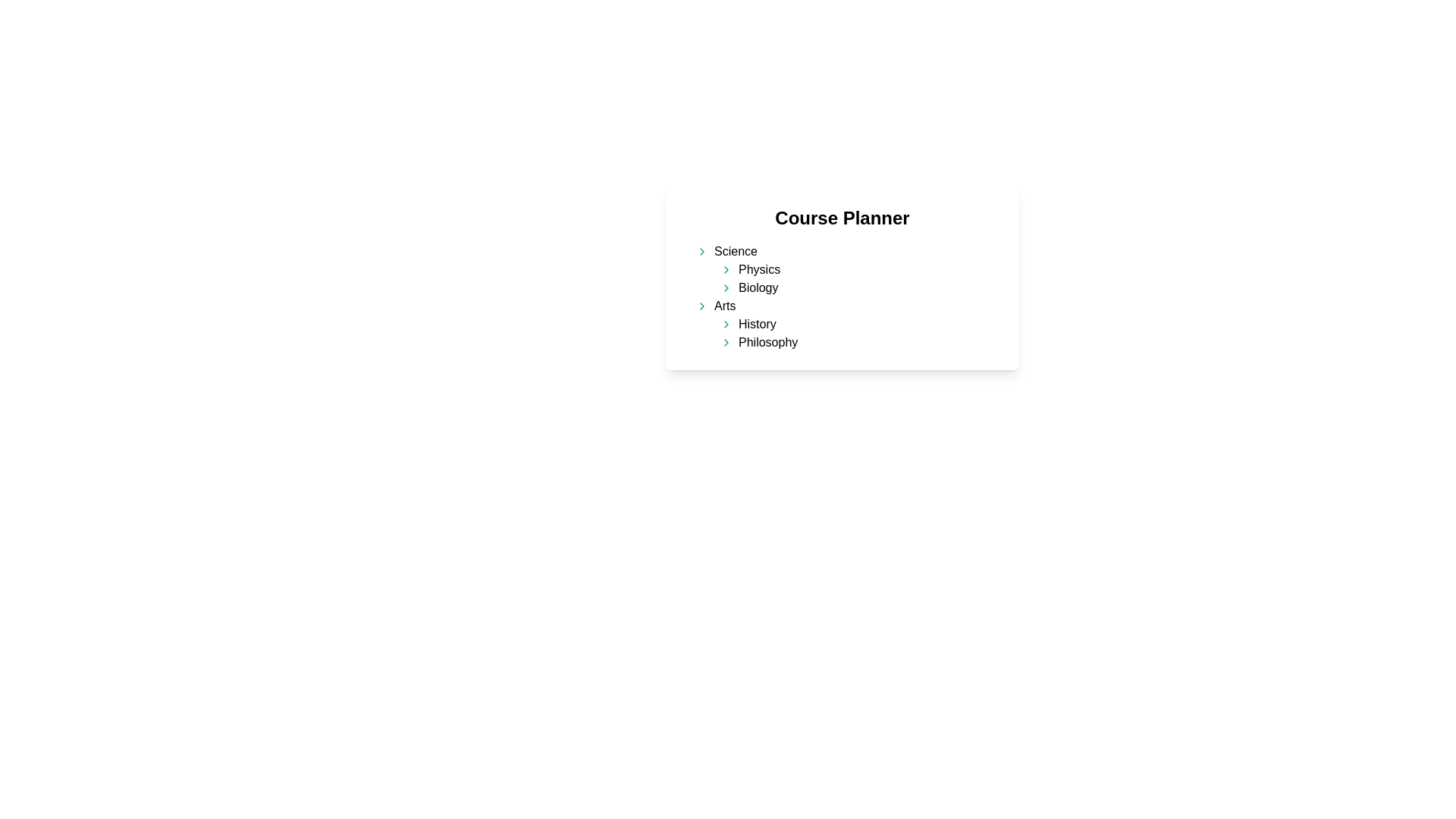 The image size is (1456, 819). What do you see at coordinates (855, 332) in the screenshot?
I see `the navigational arrow icons of the second visual group in the 'Arts' section, which contains 'History' and 'Philosophy'` at bounding box center [855, 332].